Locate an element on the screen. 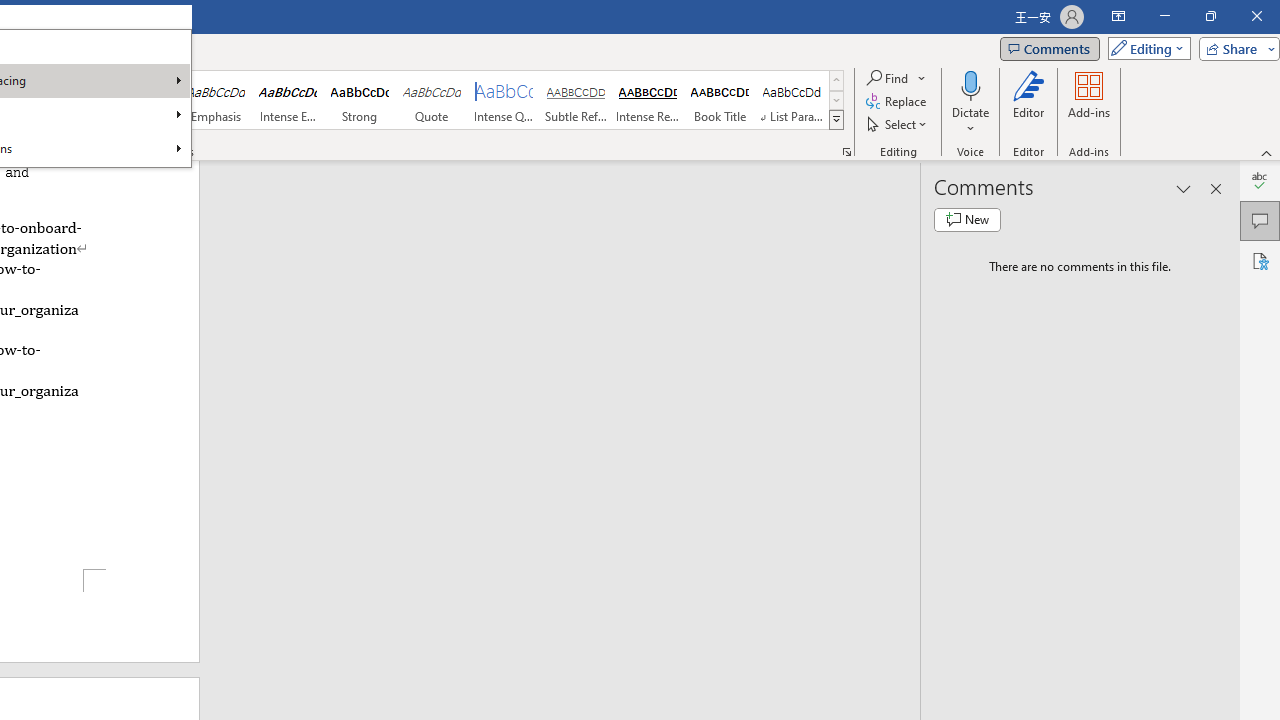 This screenshot has height=720, width=1280. 'Quote' is located at coordinates (431, 100).